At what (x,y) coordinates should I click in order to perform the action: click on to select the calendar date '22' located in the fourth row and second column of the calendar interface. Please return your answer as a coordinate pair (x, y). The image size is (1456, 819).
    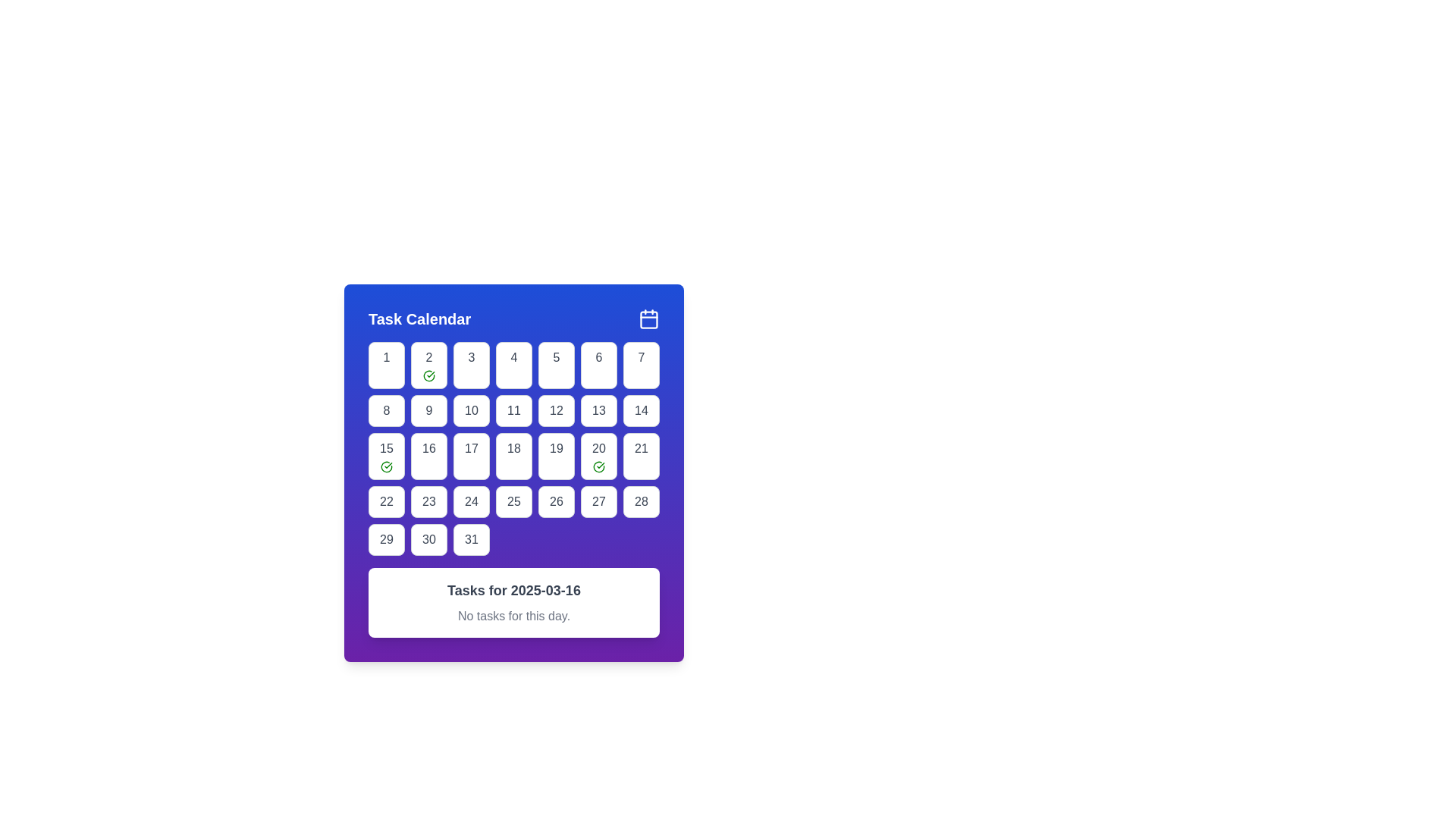
    Looking at the image, I should click on (386, 502).